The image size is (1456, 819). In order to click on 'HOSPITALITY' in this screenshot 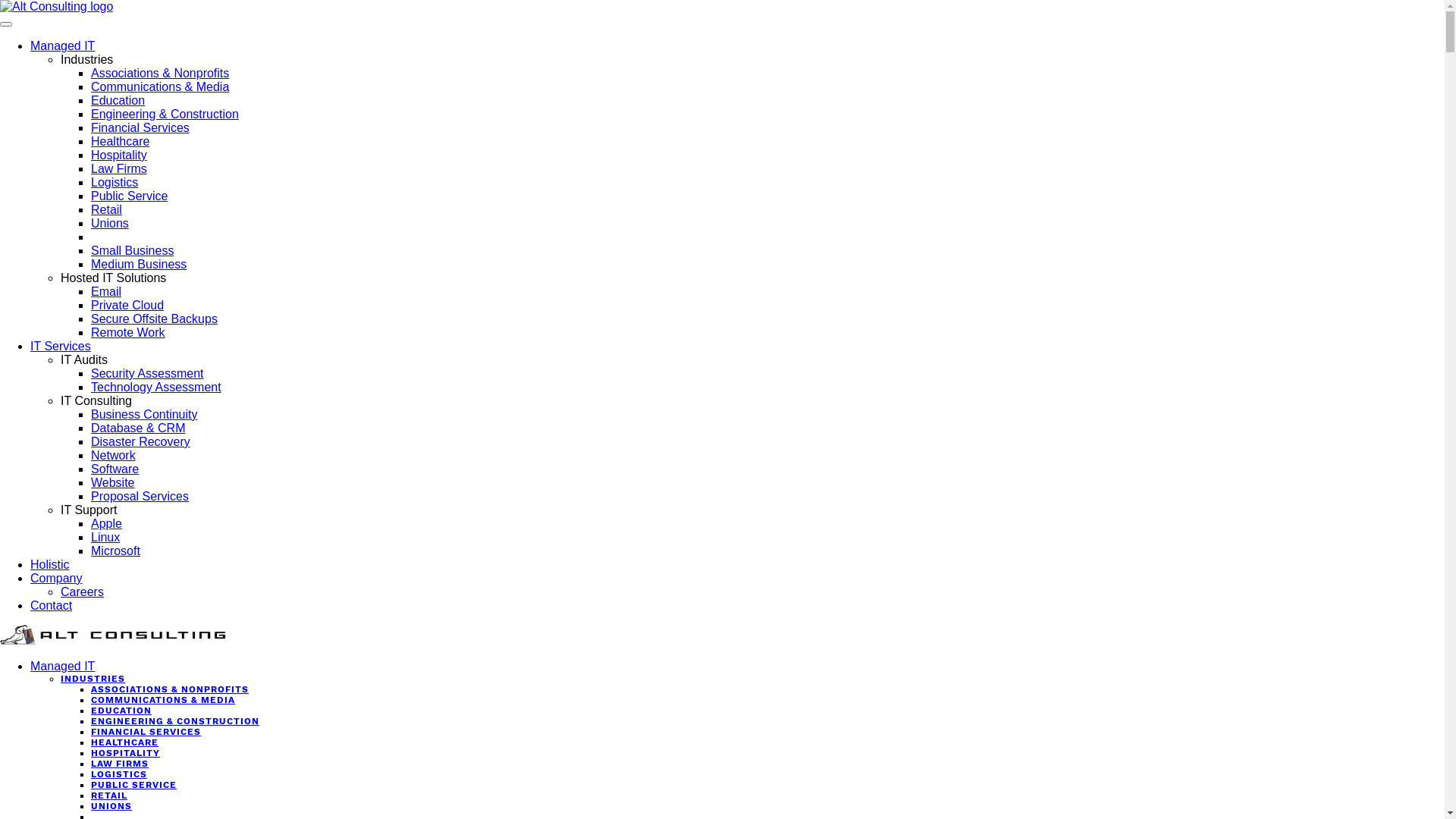, I will do `click(125, 752)`.